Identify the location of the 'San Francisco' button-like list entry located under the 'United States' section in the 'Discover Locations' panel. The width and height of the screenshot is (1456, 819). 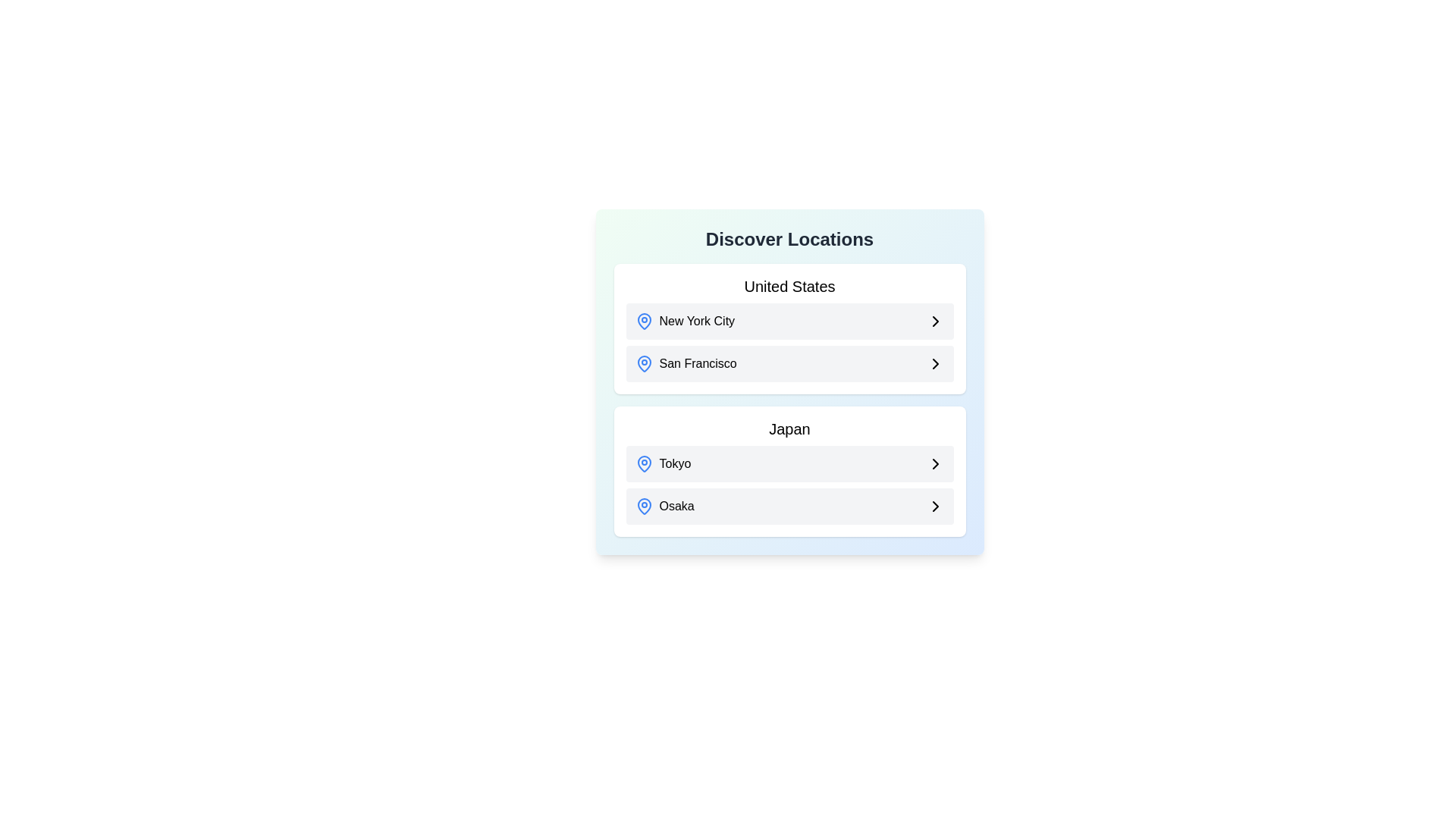
(684, 363).